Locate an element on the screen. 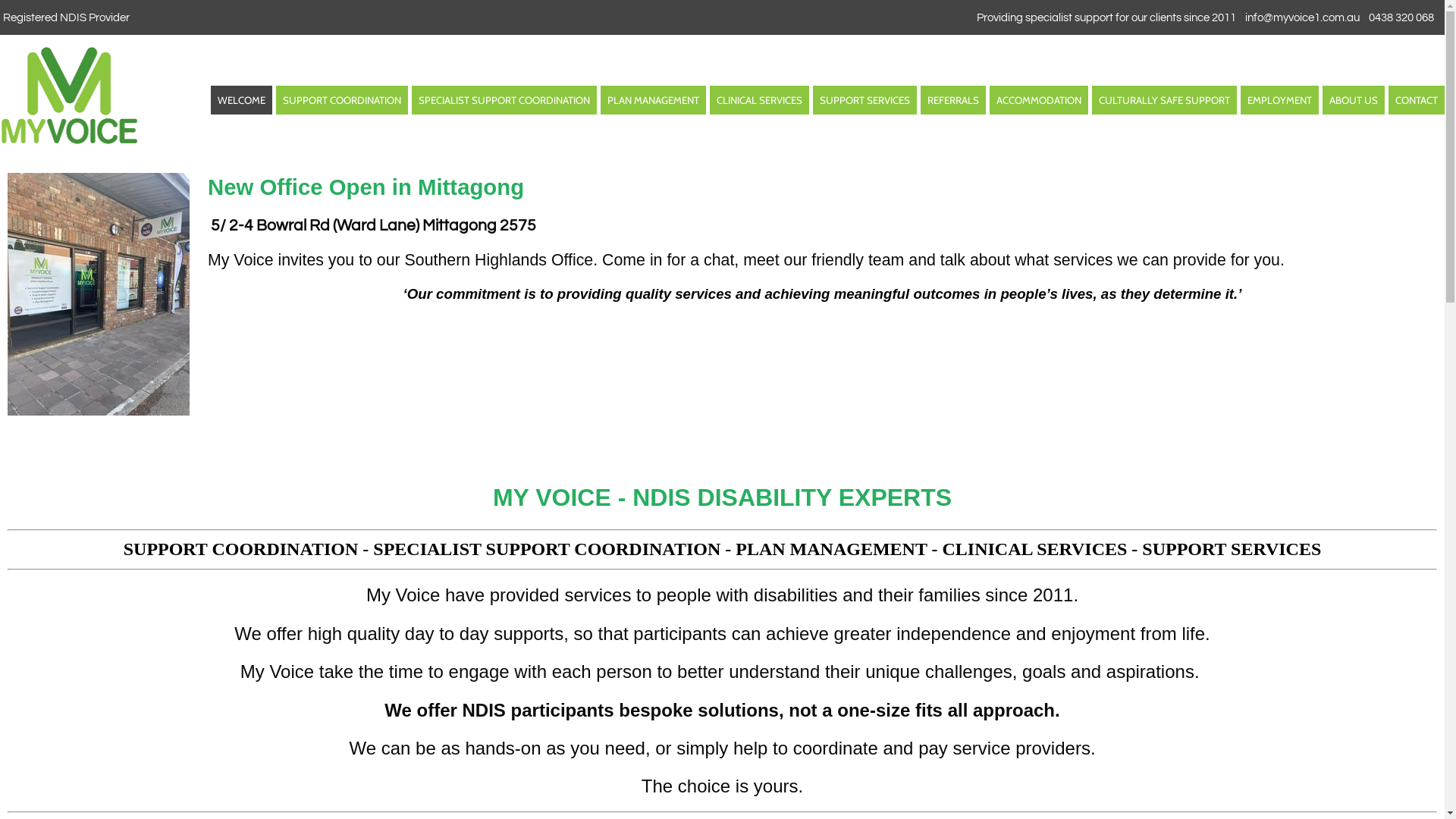 The width and height of the screenshot is (1456, 819). 'SUPPORT SERVICES' is located at coordinates (864, 100).